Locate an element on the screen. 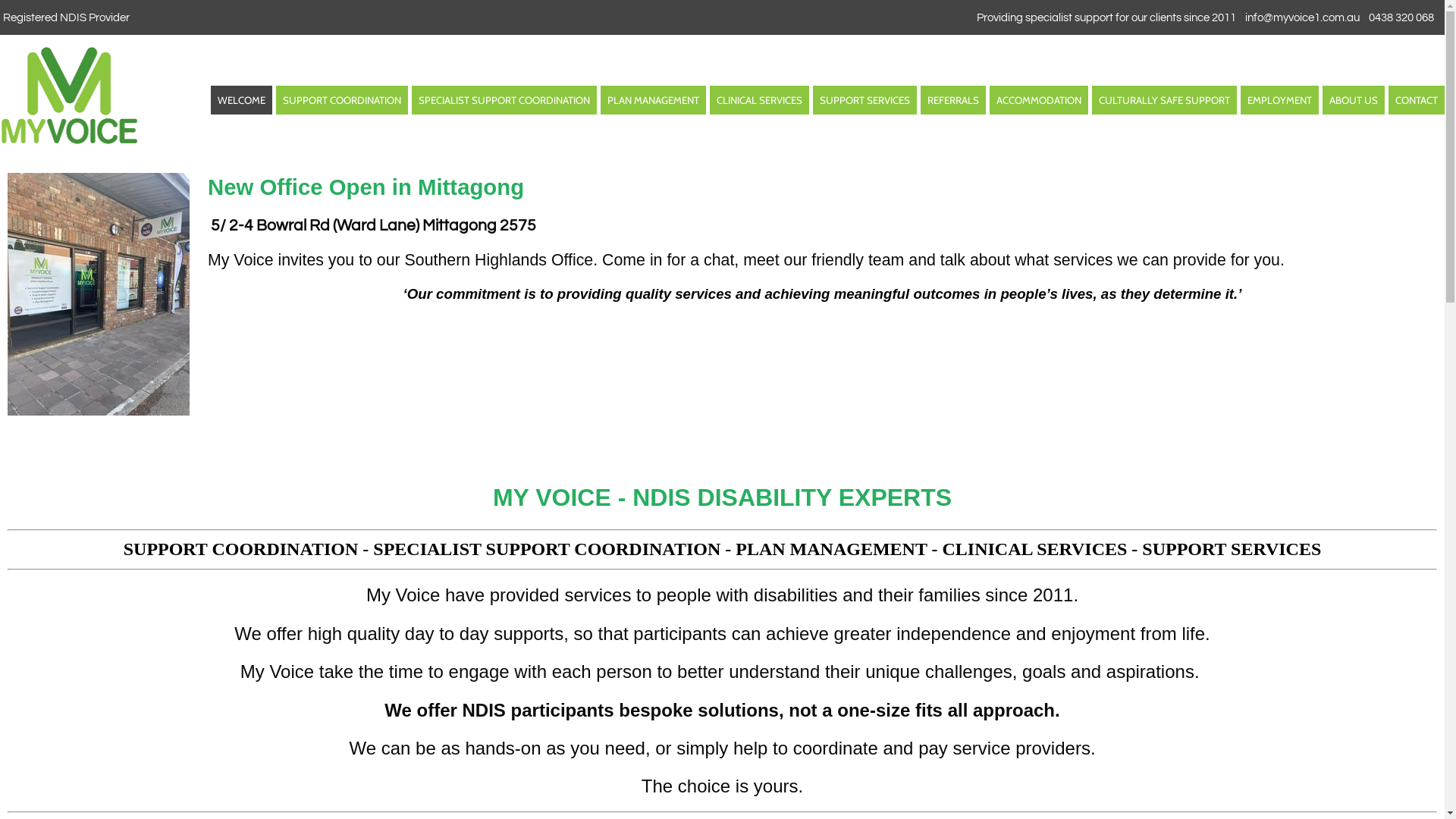 The width and height of the screenshot is (1456, 819). 'SUPPORT SERVICES' is located at coordinates (864, 100).